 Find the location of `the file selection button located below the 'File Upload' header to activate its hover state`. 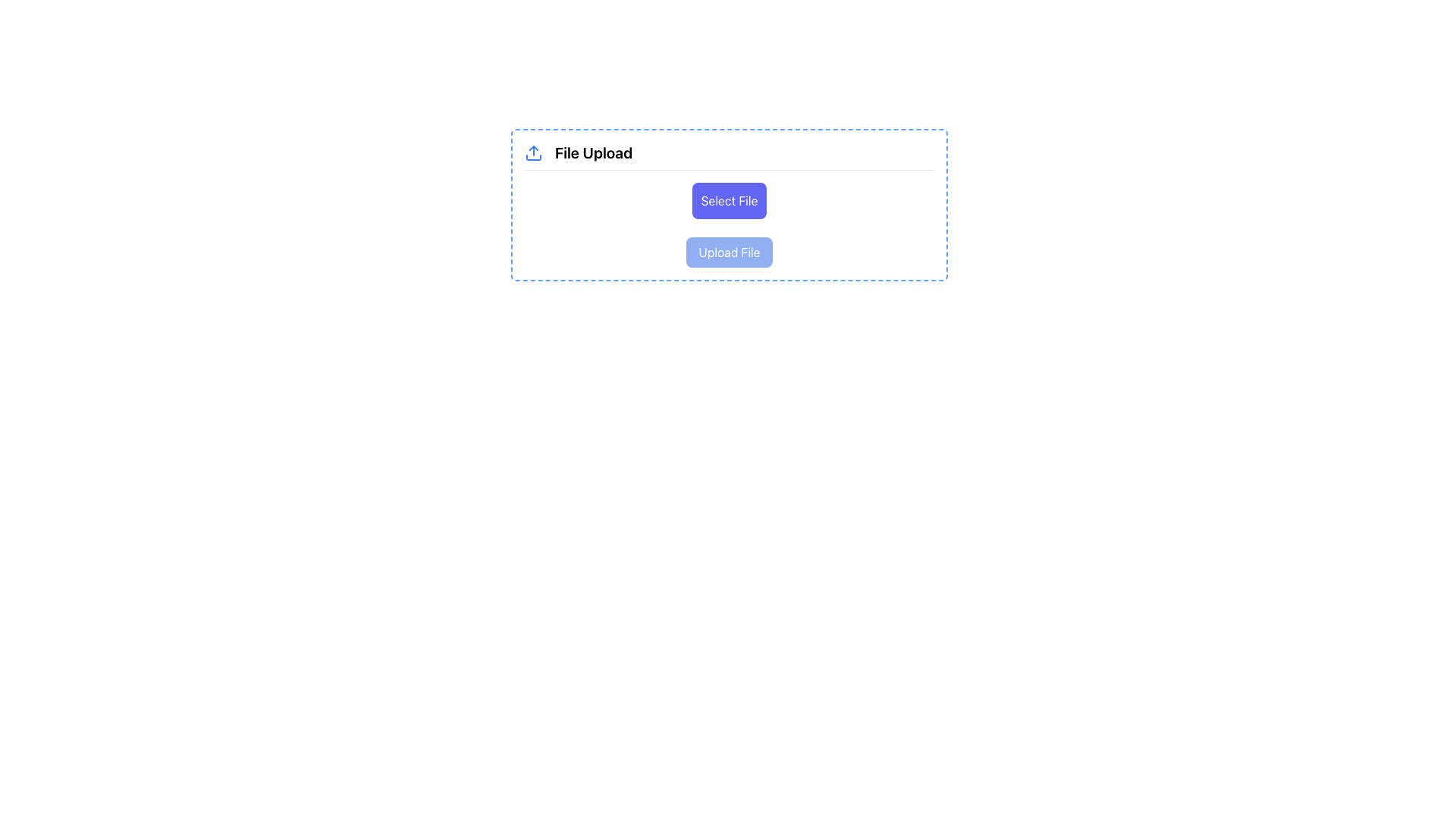

the file selection button located below the 'File Upload' header to activate its hover state is located at coordinates (729, 205).